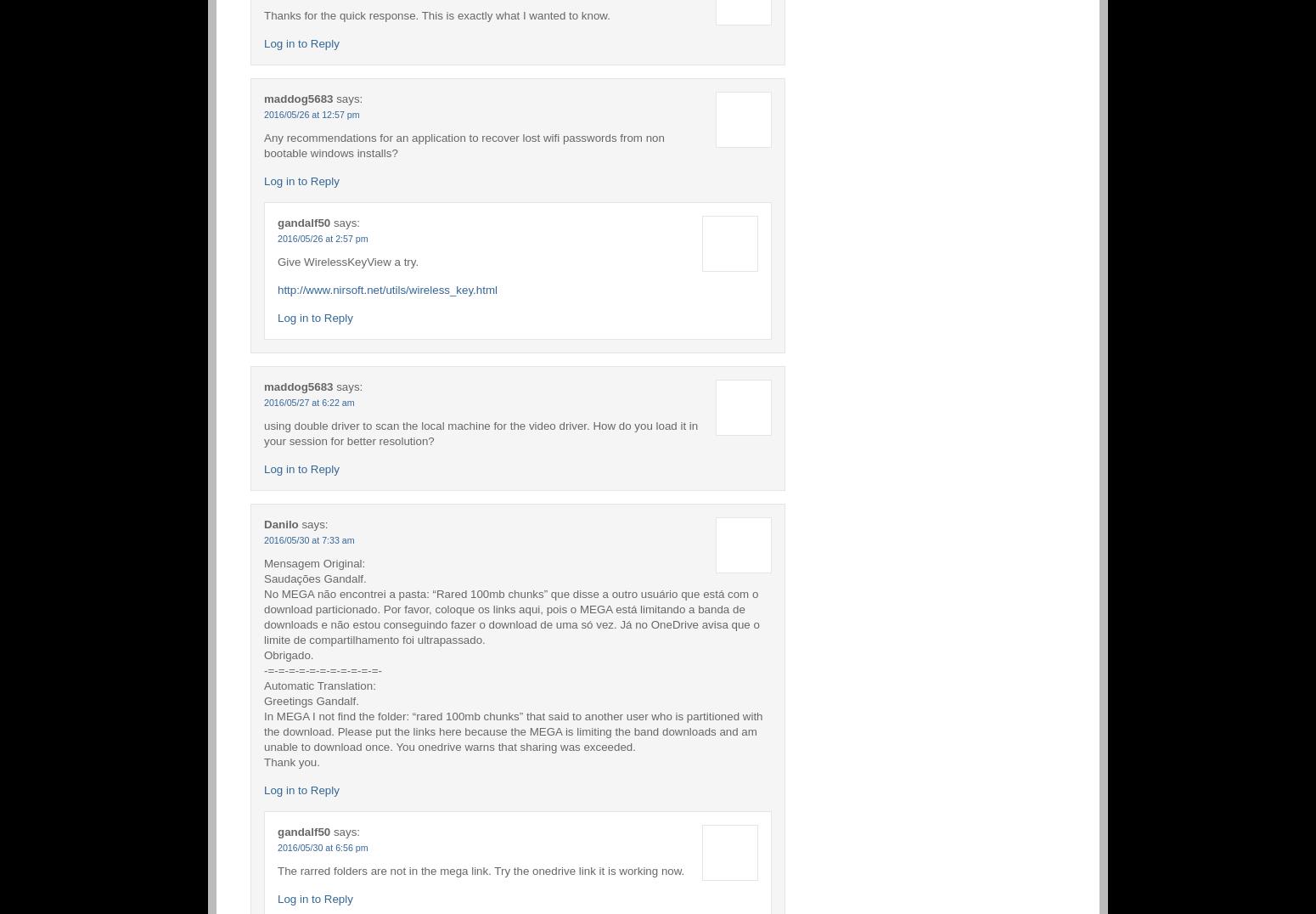  Describe the element at coordinates (436, 14) in the screenshot. I see `'Thanks for the quick response. This is exactly what I wanted to know.'` at that location.